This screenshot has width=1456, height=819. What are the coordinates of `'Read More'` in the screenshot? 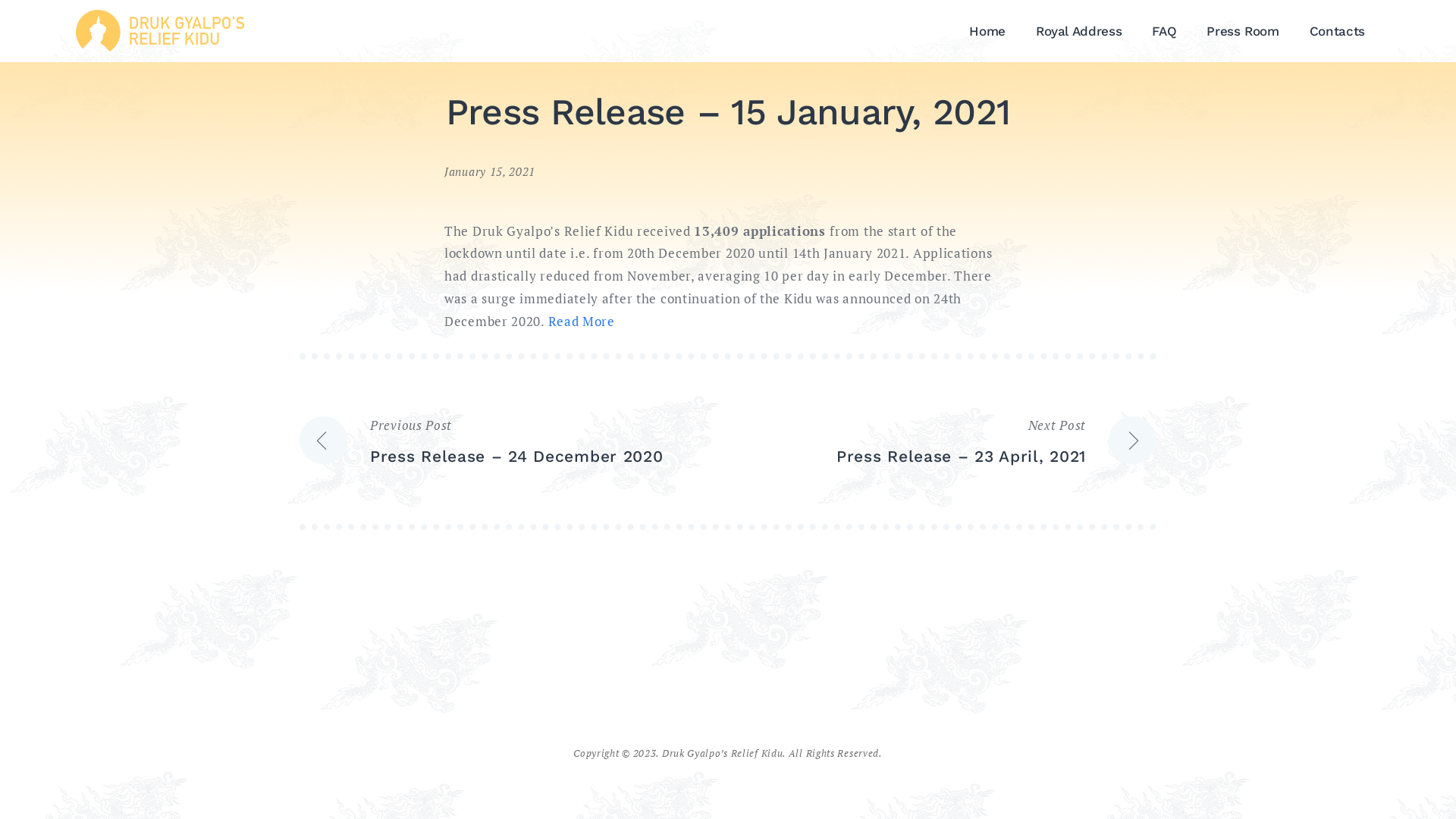 It's located at (580, 320).